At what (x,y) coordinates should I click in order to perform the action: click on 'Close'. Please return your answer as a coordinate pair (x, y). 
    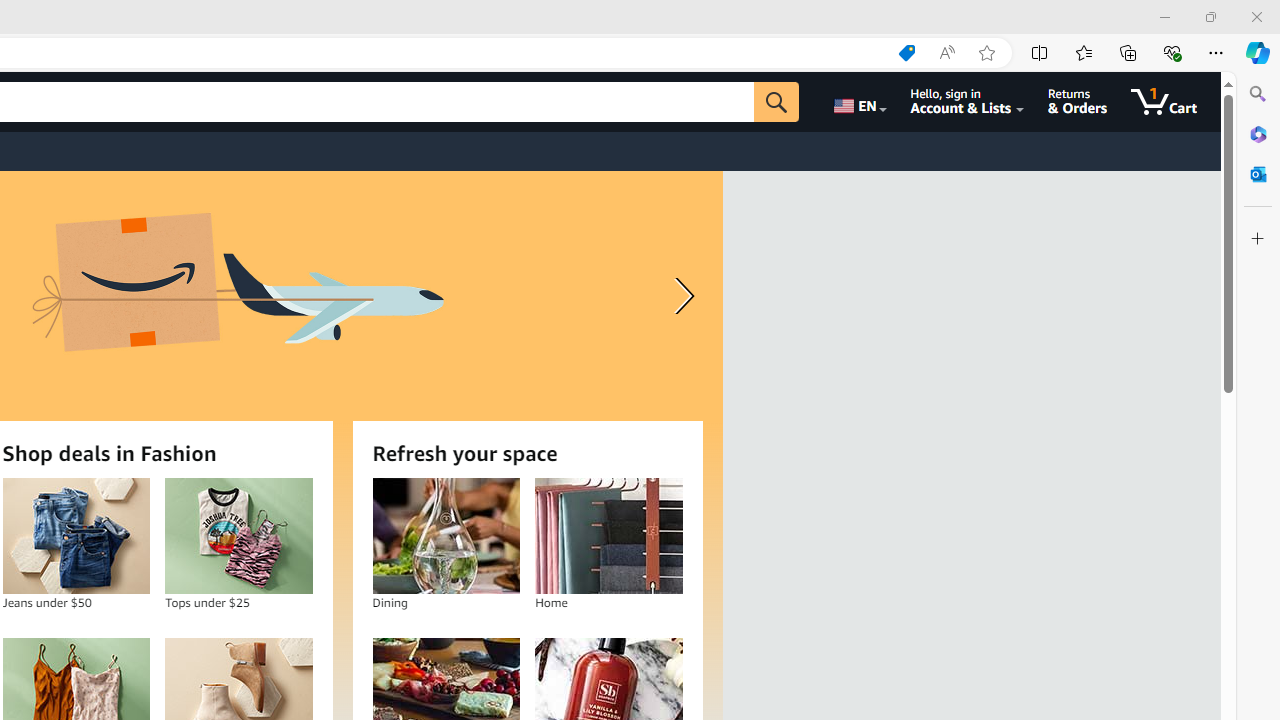
    Looking at the image, I should click on (1255, 16).